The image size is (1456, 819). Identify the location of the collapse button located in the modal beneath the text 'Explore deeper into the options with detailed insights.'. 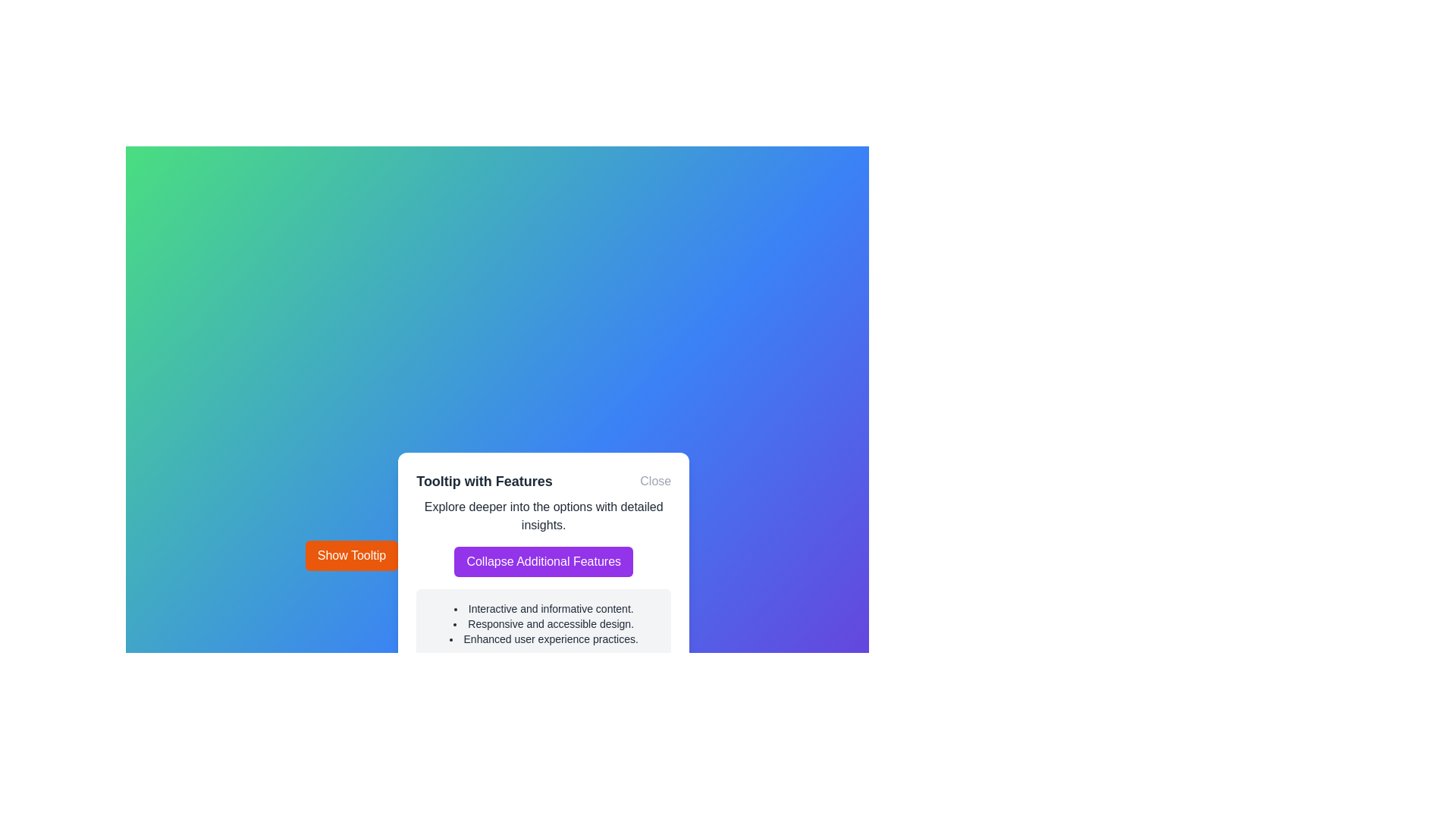
(544, 564).